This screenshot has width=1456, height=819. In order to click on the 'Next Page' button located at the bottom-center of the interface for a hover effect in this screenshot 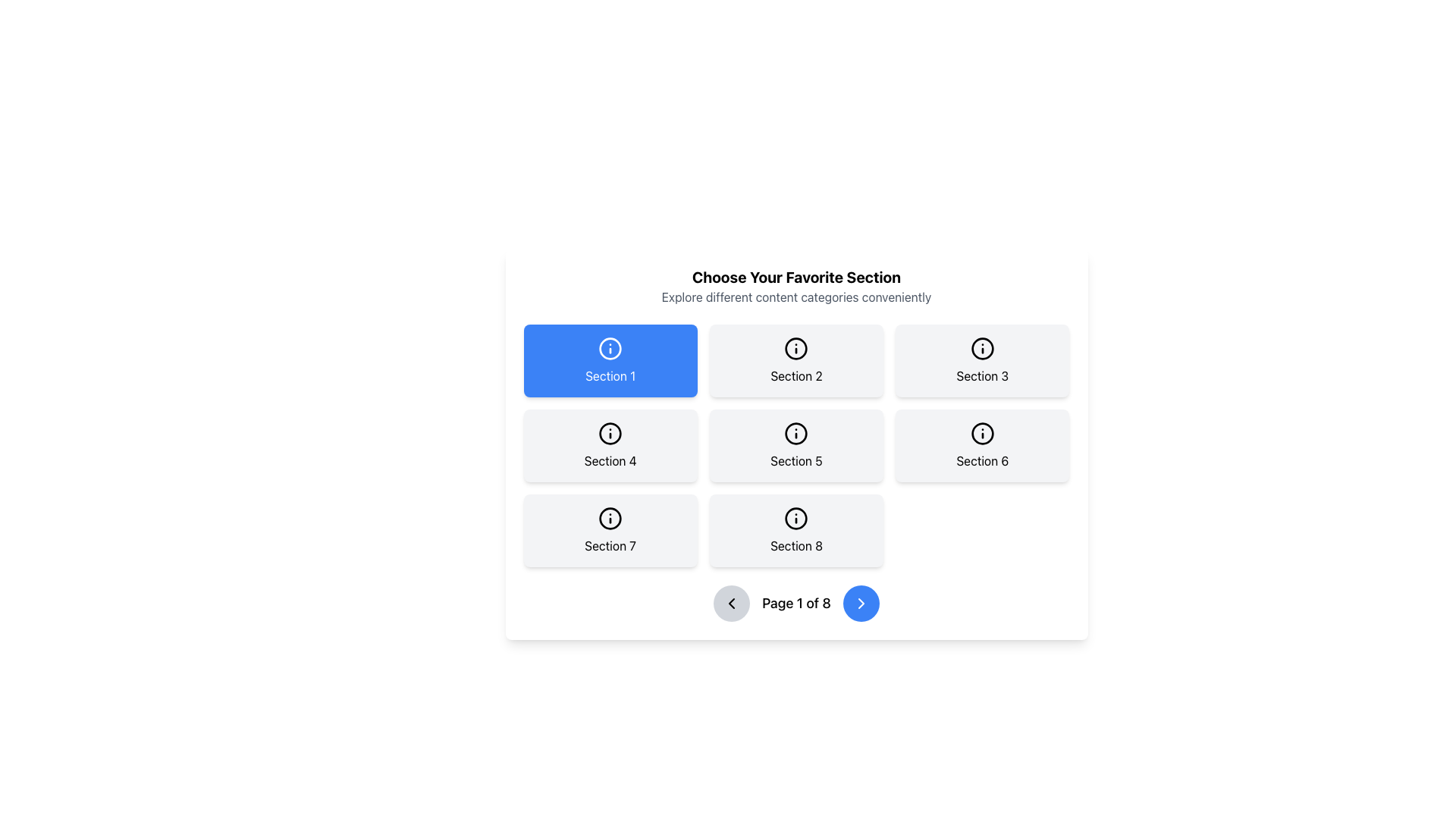, I will do `click(861, 602)`.